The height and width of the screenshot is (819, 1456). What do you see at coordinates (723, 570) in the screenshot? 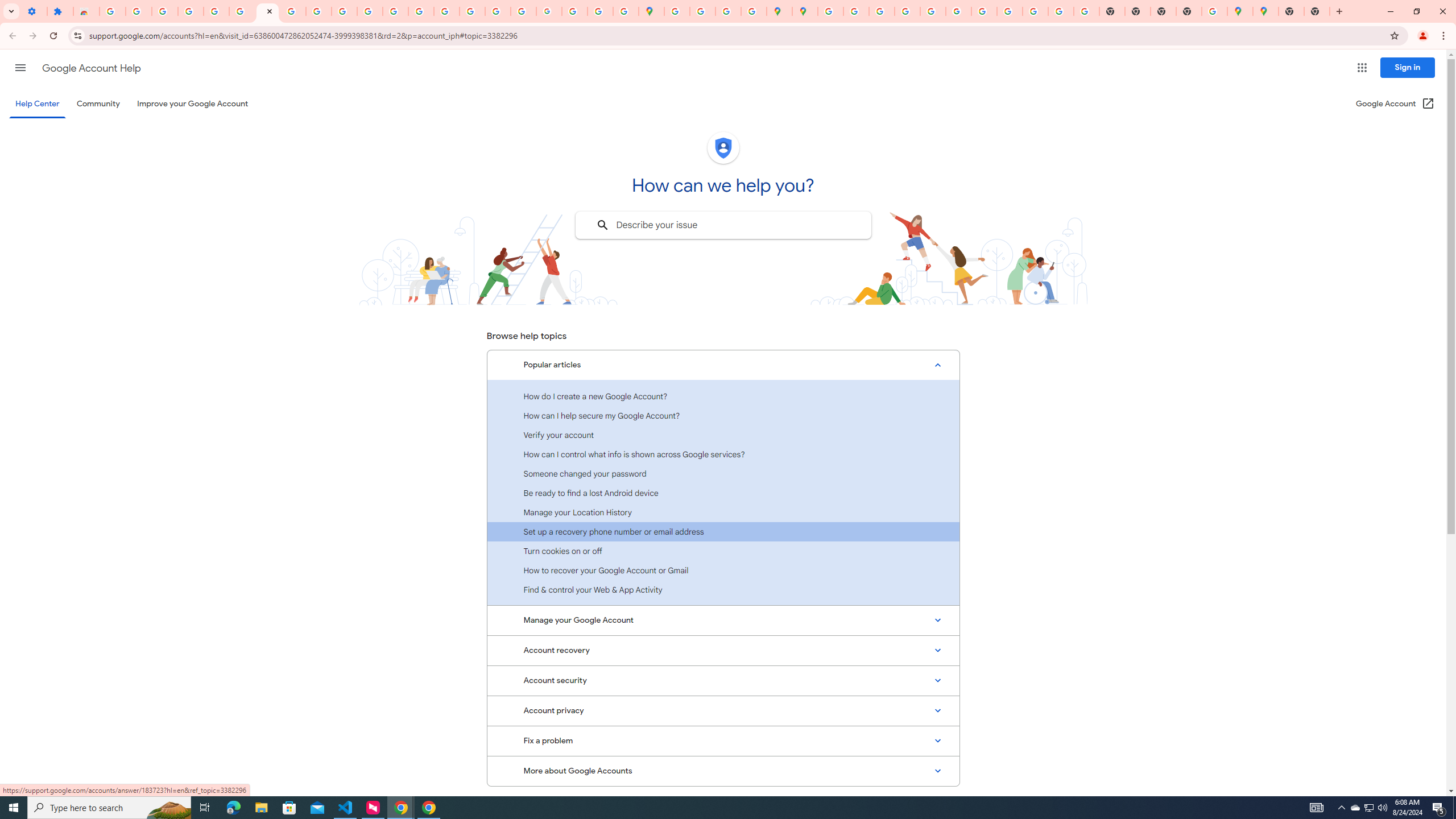
I see `'How to recover your Google Account or Gmail'` at bounding box center [723, 570].